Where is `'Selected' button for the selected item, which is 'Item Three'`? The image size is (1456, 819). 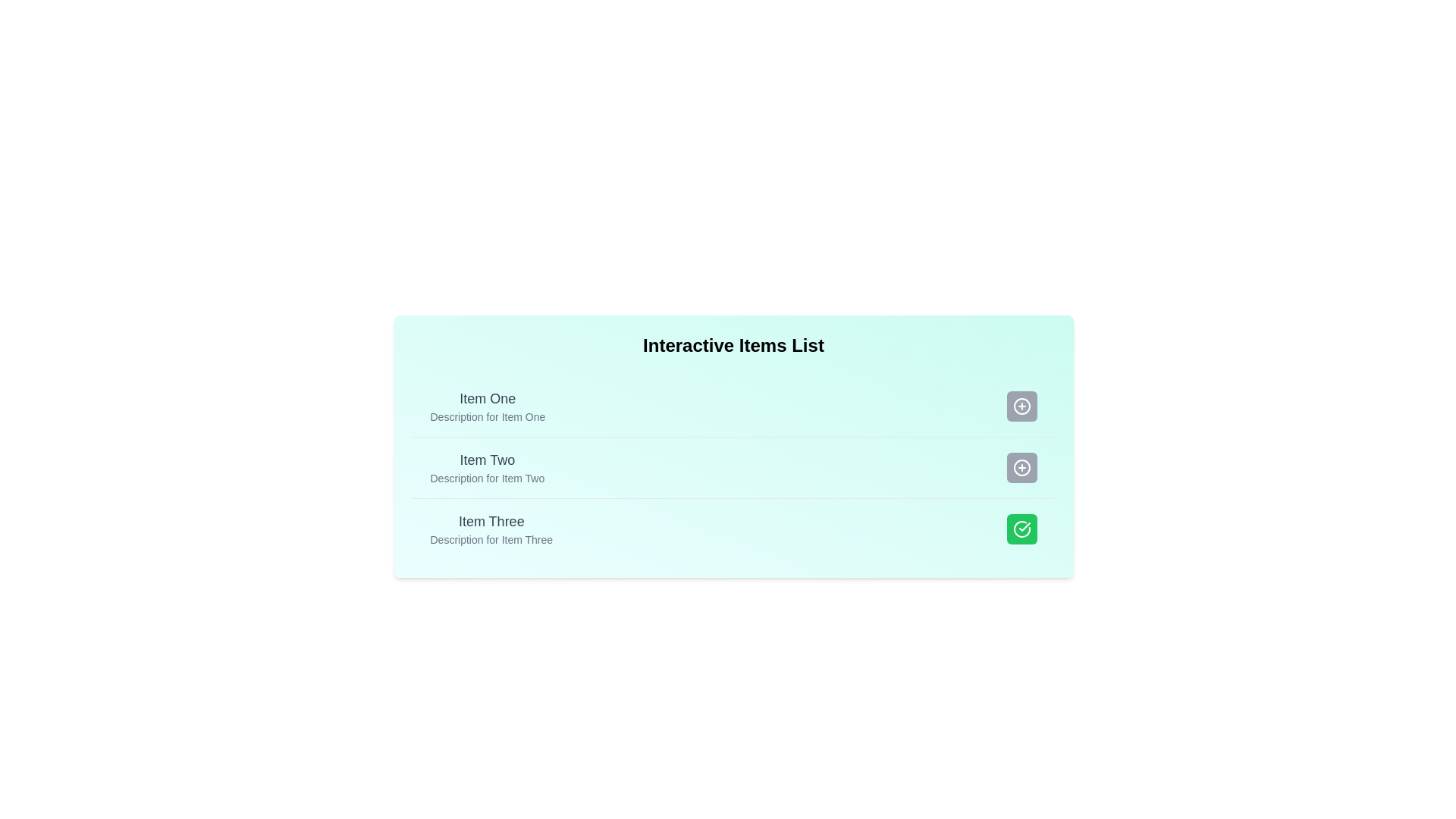 'Selected' button for the selected item, which is 'Item Three' is located at coordinates (1021, 529).